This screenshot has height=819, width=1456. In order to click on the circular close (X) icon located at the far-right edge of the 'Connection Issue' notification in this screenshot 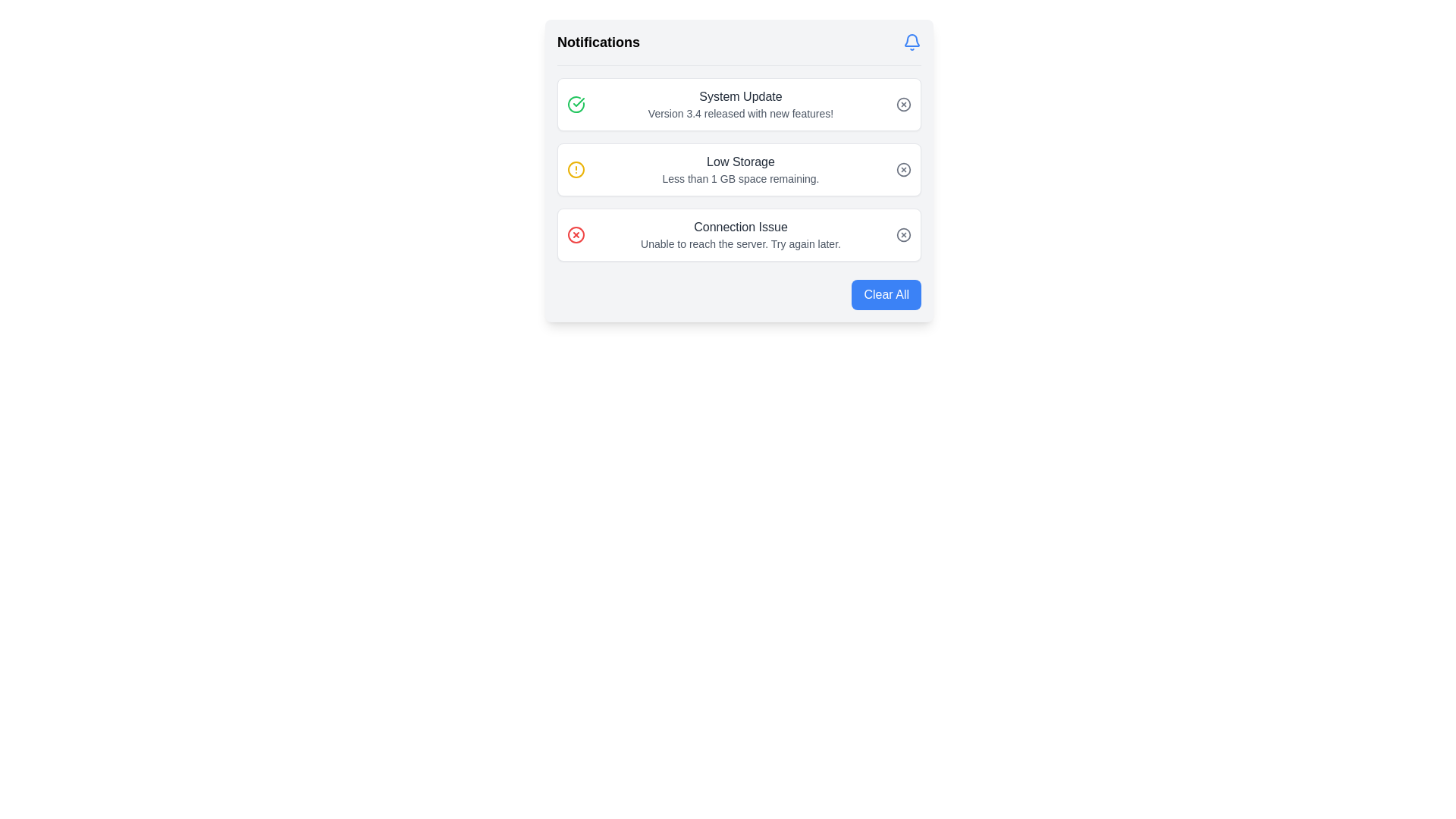, I will do `click(903, 234)`.